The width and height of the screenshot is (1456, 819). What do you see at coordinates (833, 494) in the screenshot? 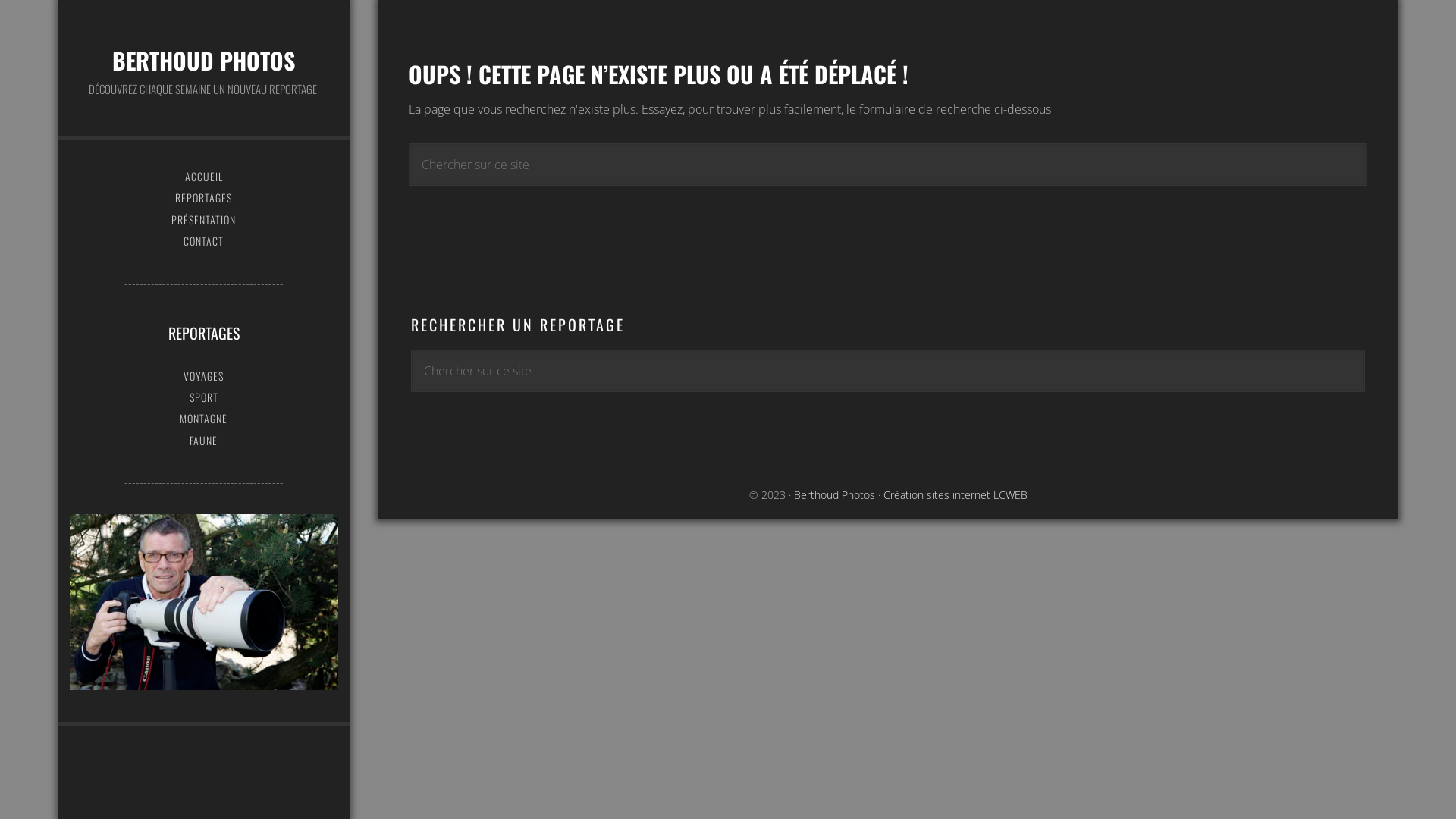
I see `'Berthoud Photos'` at bounding box center [833, 494].